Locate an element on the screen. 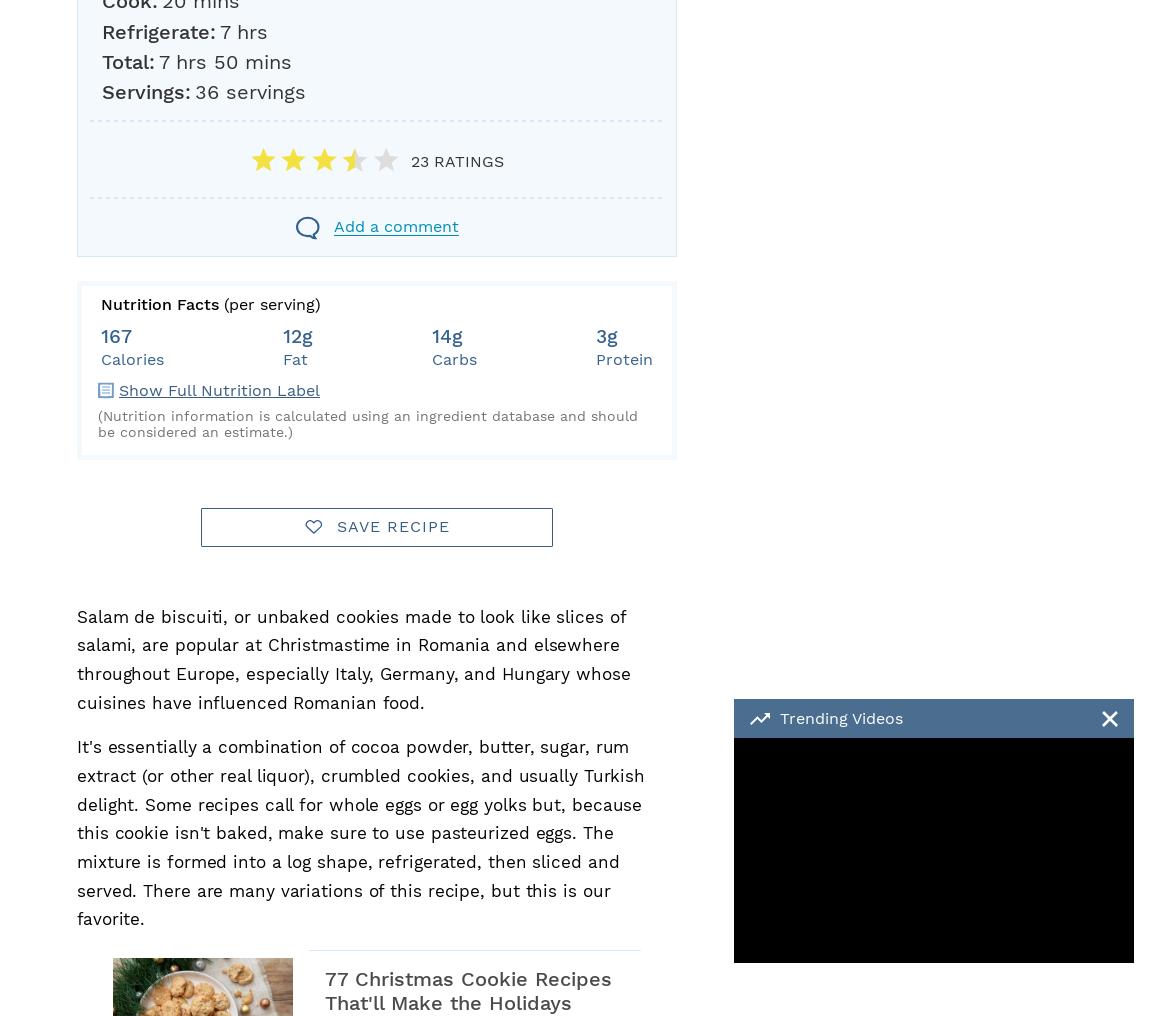  'Fat' is located at coordinates (295, 359).